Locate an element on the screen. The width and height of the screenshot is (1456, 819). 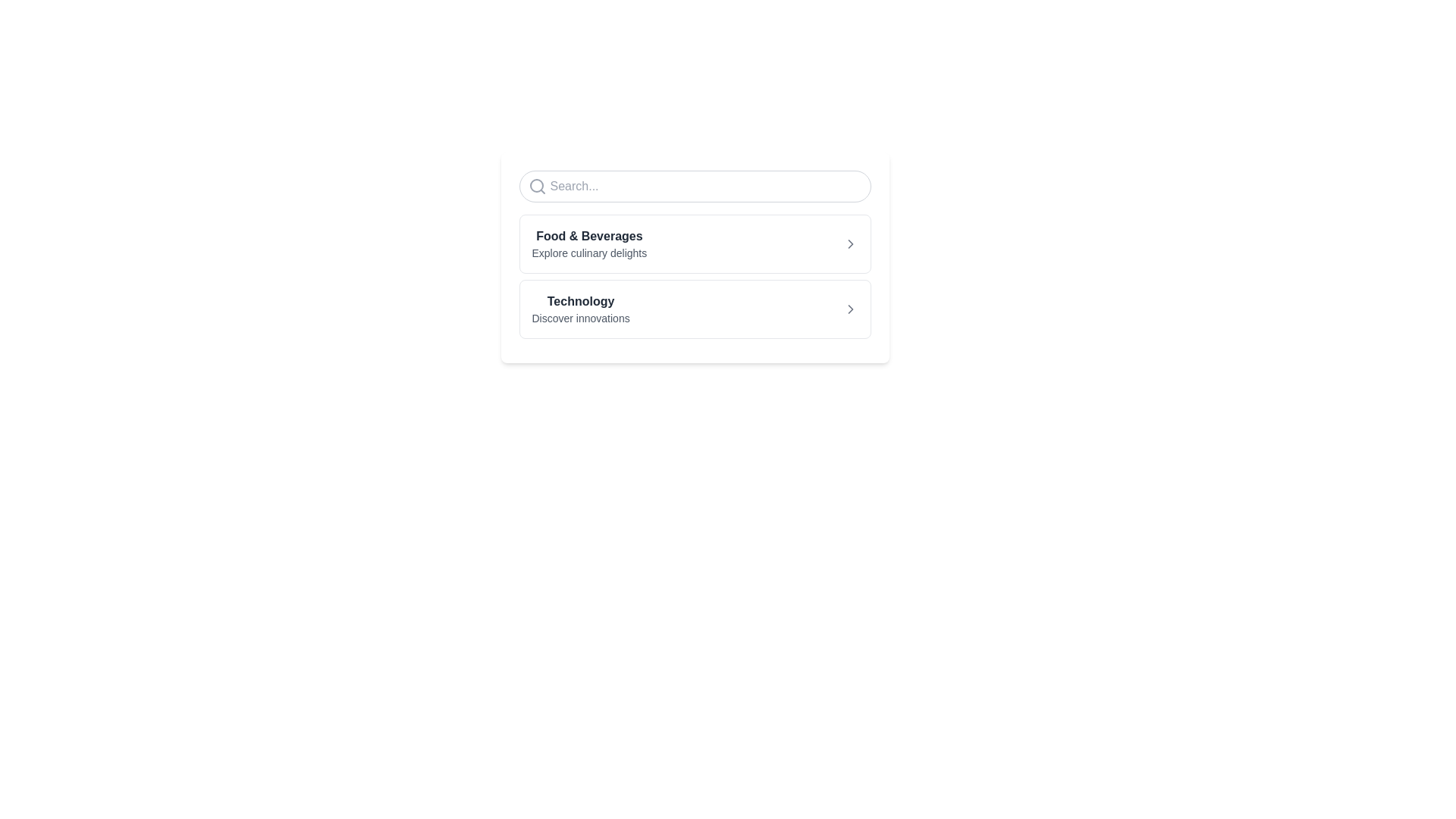
text displayed in the bold, dark gray font labeled 'Technology', which is the first line in the second item of a vertical list of categories below the 'Food & Beverages' header is located at coordinates (580, 301).